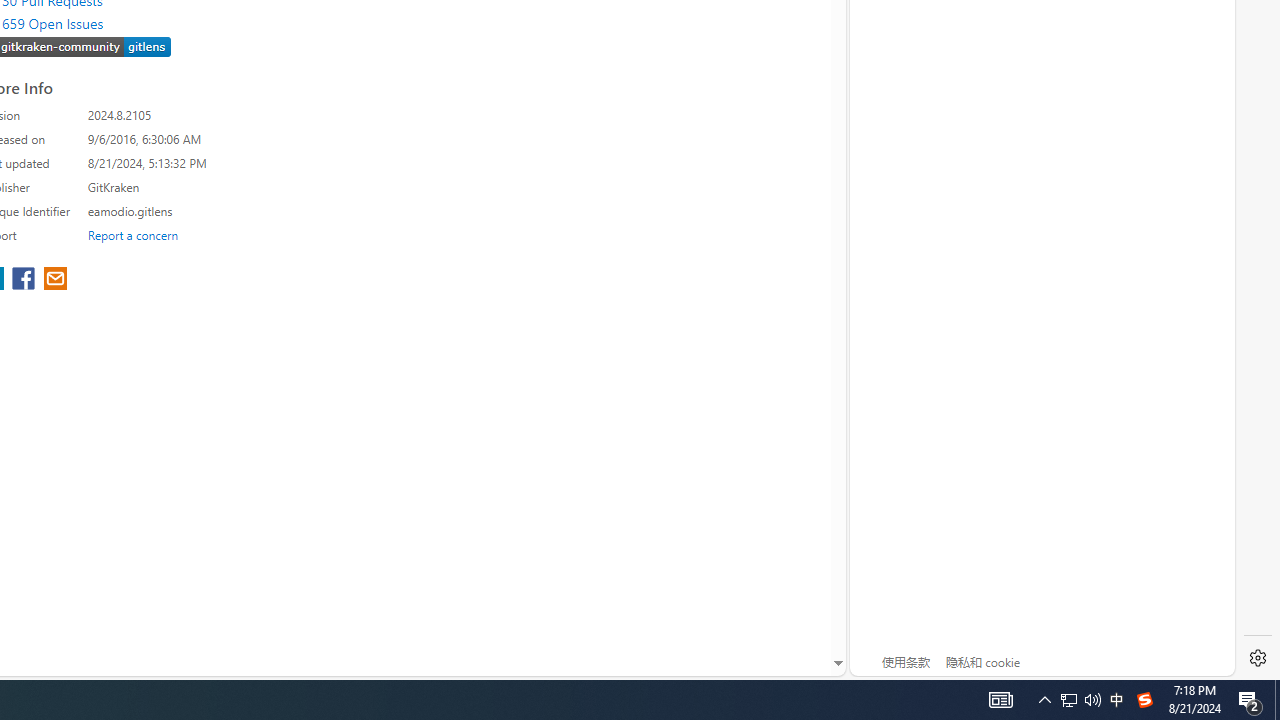 The height and width of the screenshot is (720, 1280). What do you see at coordinates (1068, 698) in the screenshot?
I see `'Notification Chevron'` at bounding box center [1068, 698].